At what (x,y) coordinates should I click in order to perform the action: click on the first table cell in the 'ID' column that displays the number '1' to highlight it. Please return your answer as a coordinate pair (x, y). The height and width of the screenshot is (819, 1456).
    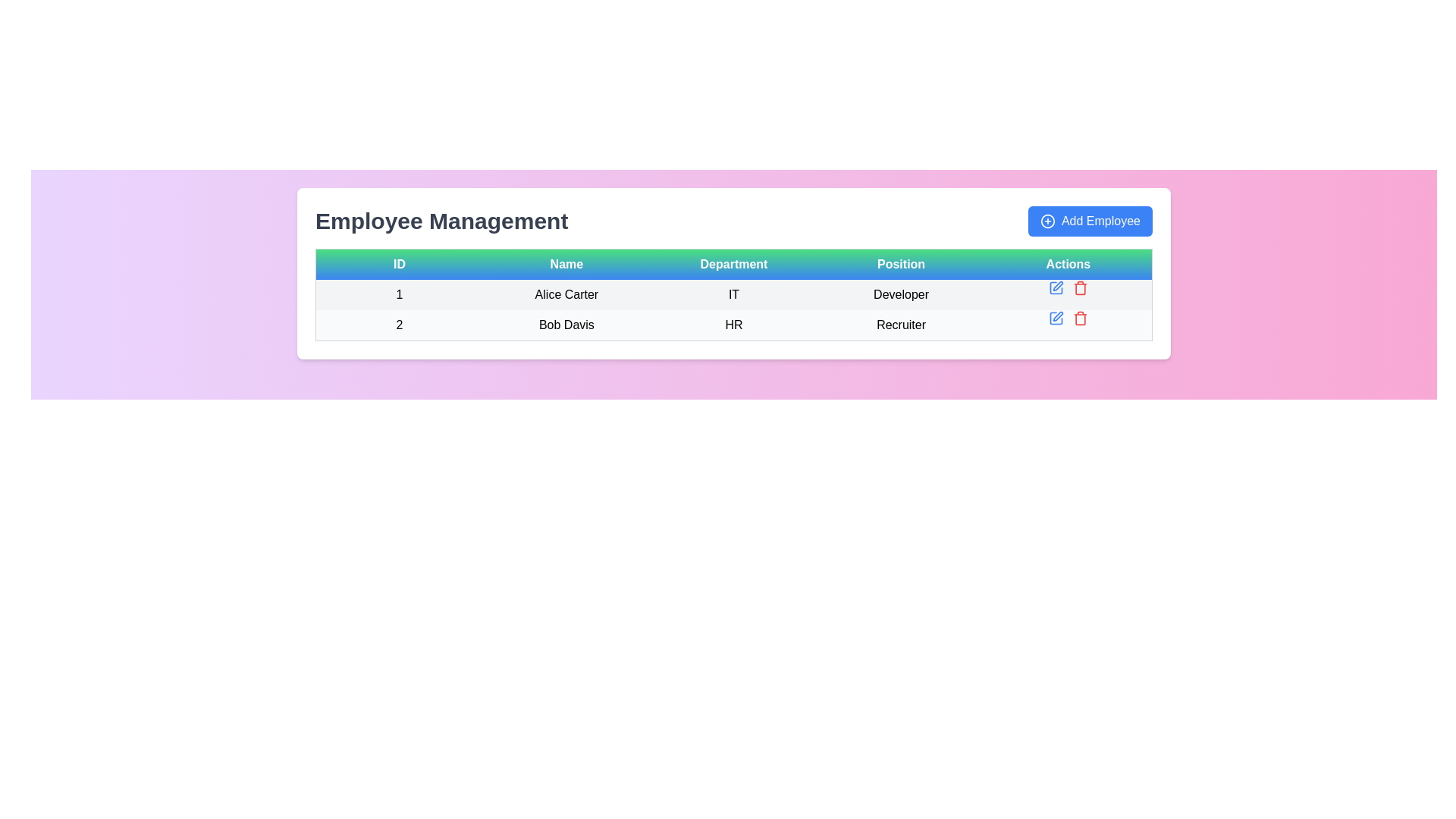
    Looking at the image, I should click on (399, 295).